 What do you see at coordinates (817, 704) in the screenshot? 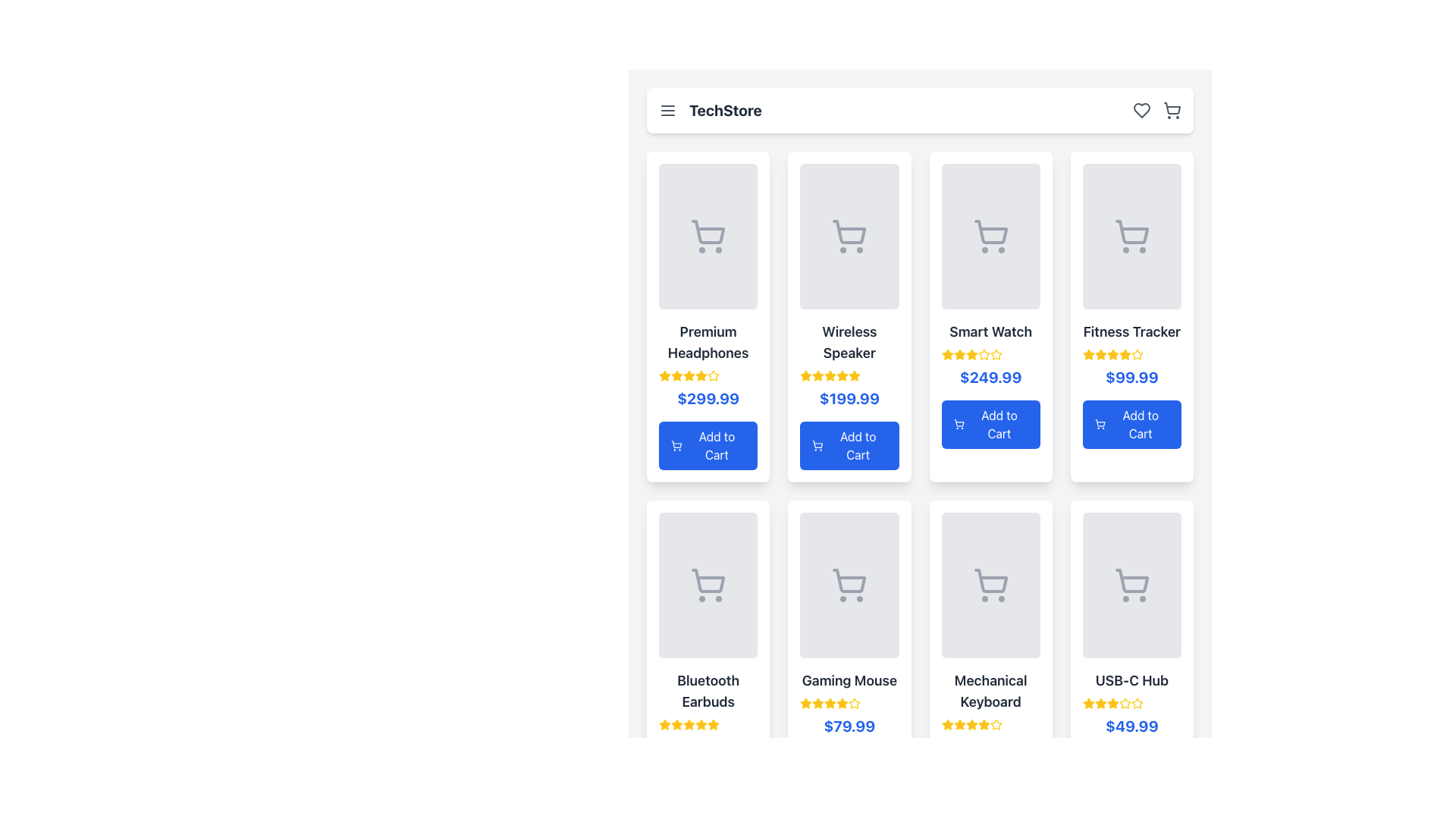
I see `the third yellow star icon in the rating system for the 'Gaming Mouse' product, which is located in the second row of the product grid` at bounding box center [817, 704].